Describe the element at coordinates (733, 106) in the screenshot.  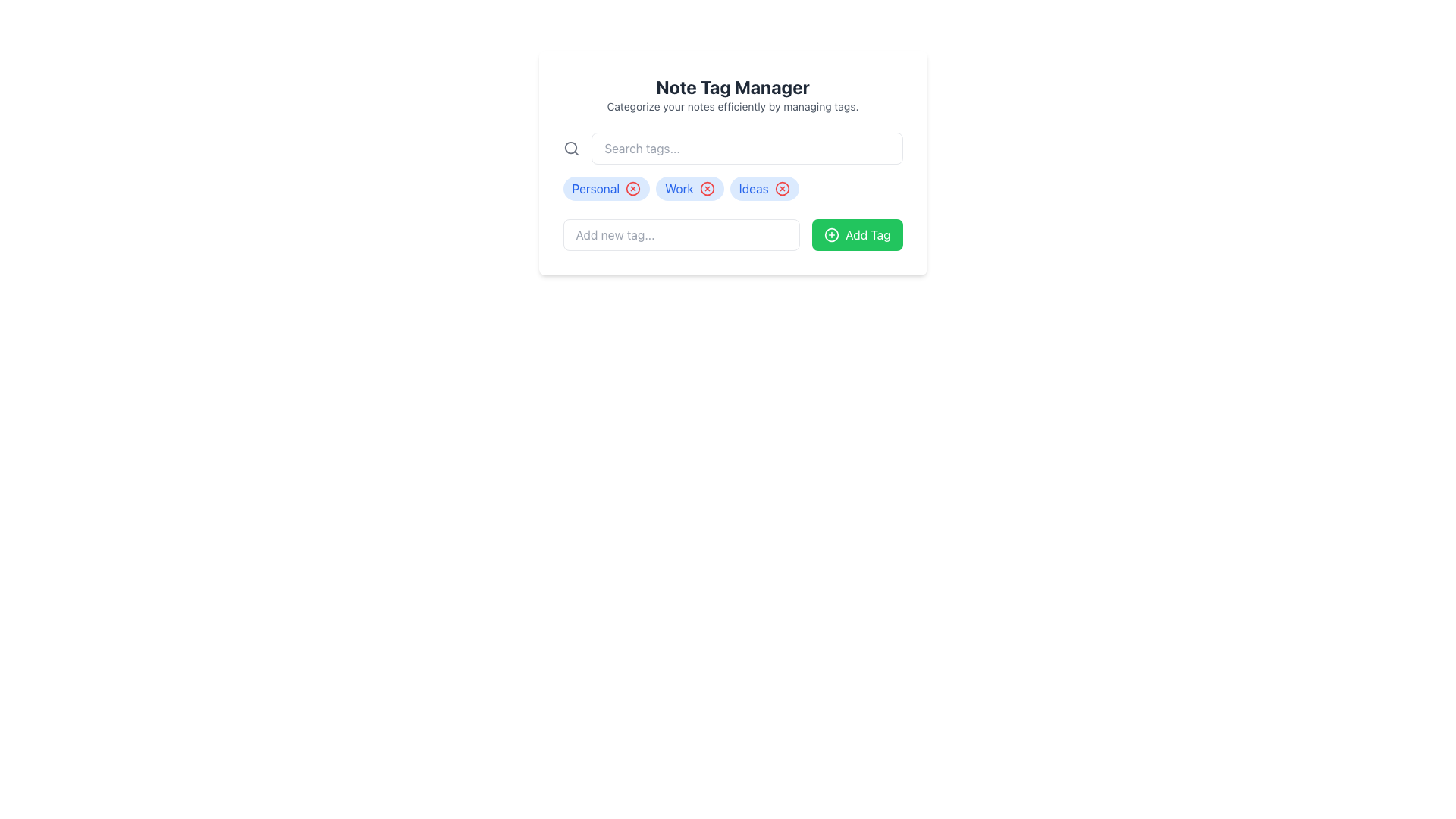
I see `the text element displaying 'Categorize your notes efficiently by managing tags.' which is located directly beneath the heading 'Note Tag Manager.'` at that location.